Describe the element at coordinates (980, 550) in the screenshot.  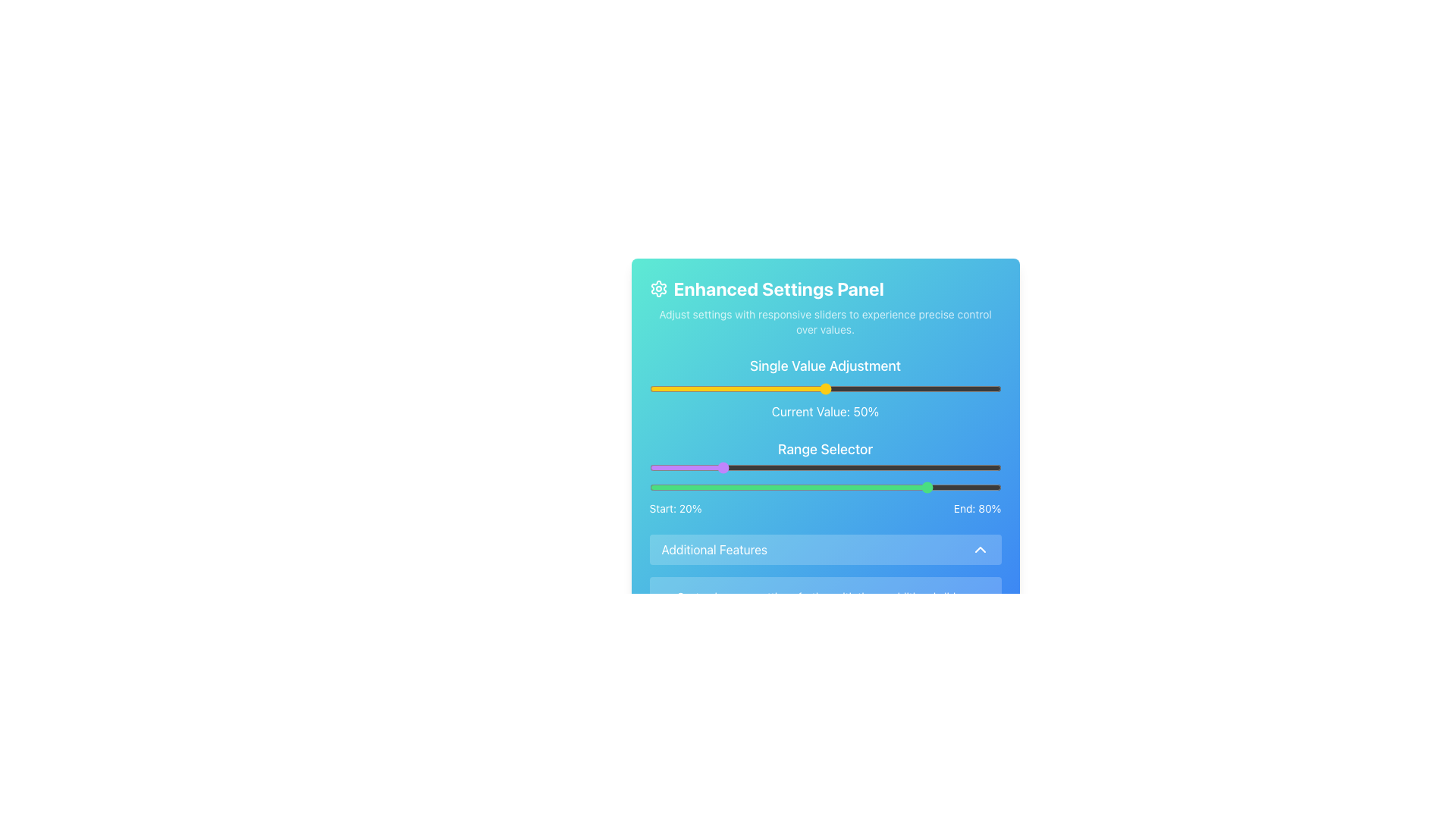
I see `the upward-facing chevron icon on the blue background next to the 'Additional Features' text` at that location.